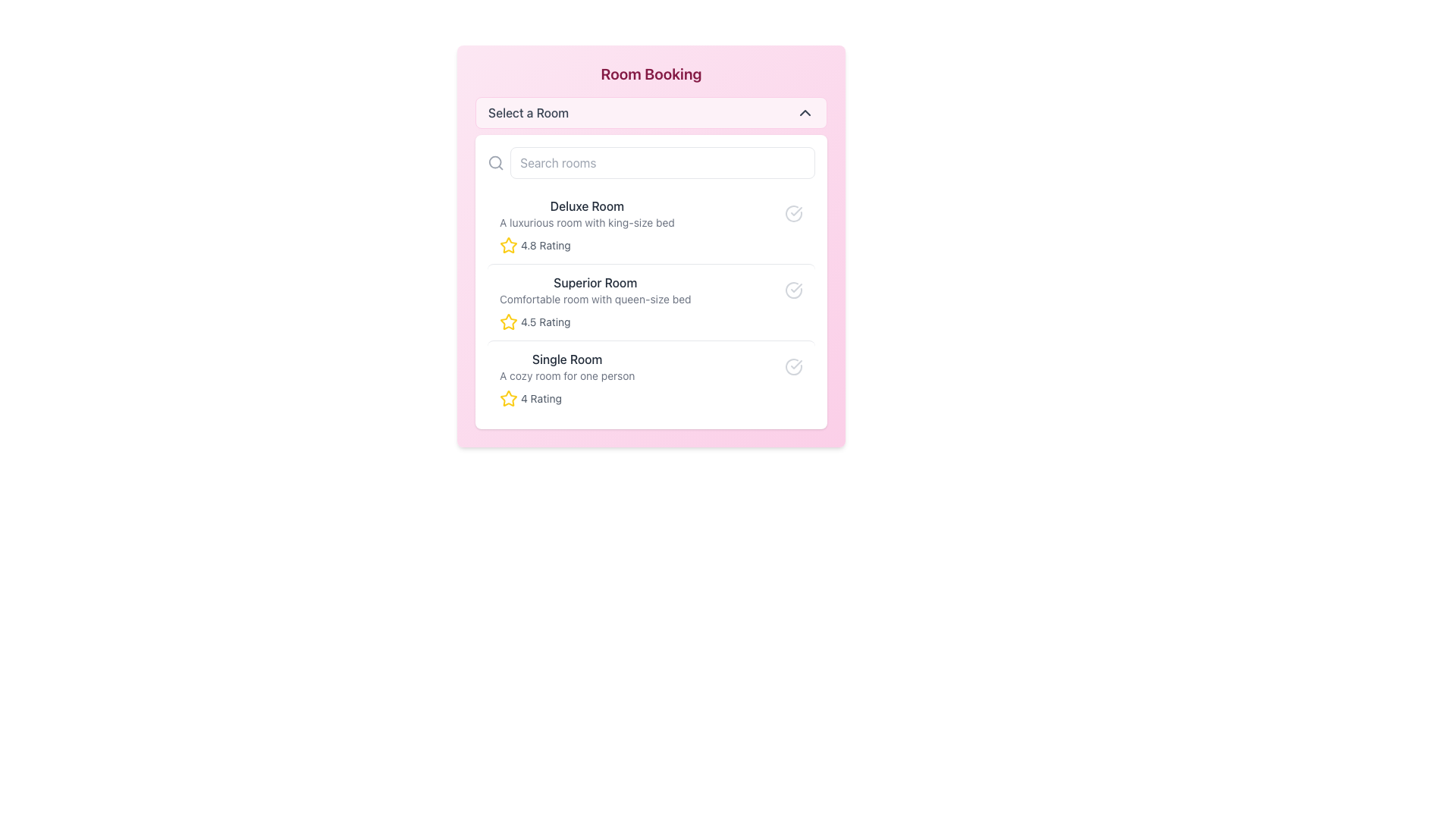 The width and height of the screenshot is (1456, 819). I want to click on the List Item titled 'Superior Room' which contains the subtitle 'Comfortable room with queen-size bed' and is styled with a bold title and a checkmark icon to view options, so click(651, 290).